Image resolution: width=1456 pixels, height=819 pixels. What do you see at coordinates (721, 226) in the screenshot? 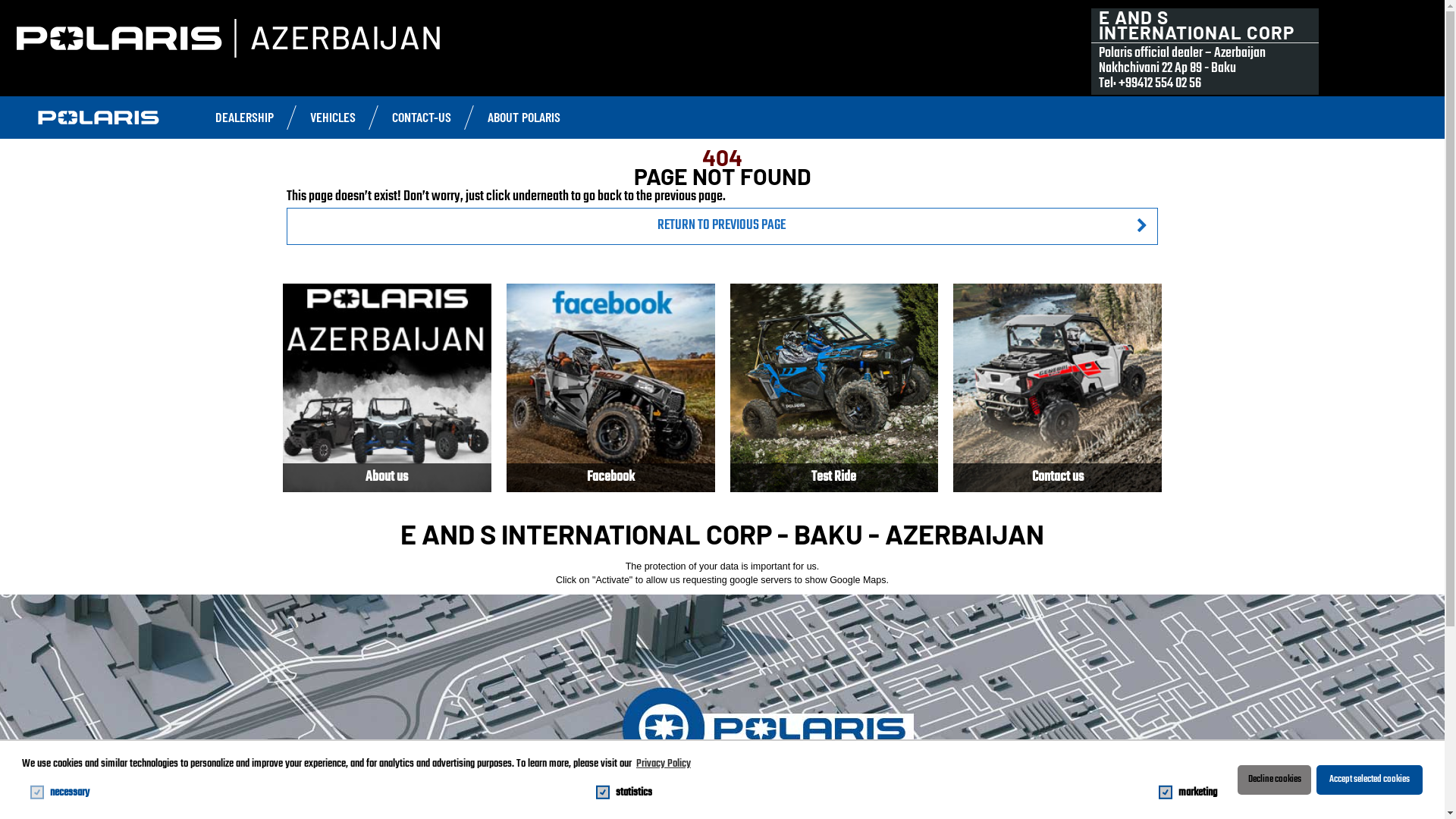
I see `'RETURN TO PREVIOUS PAGE'` at bounding box center [721, 226].